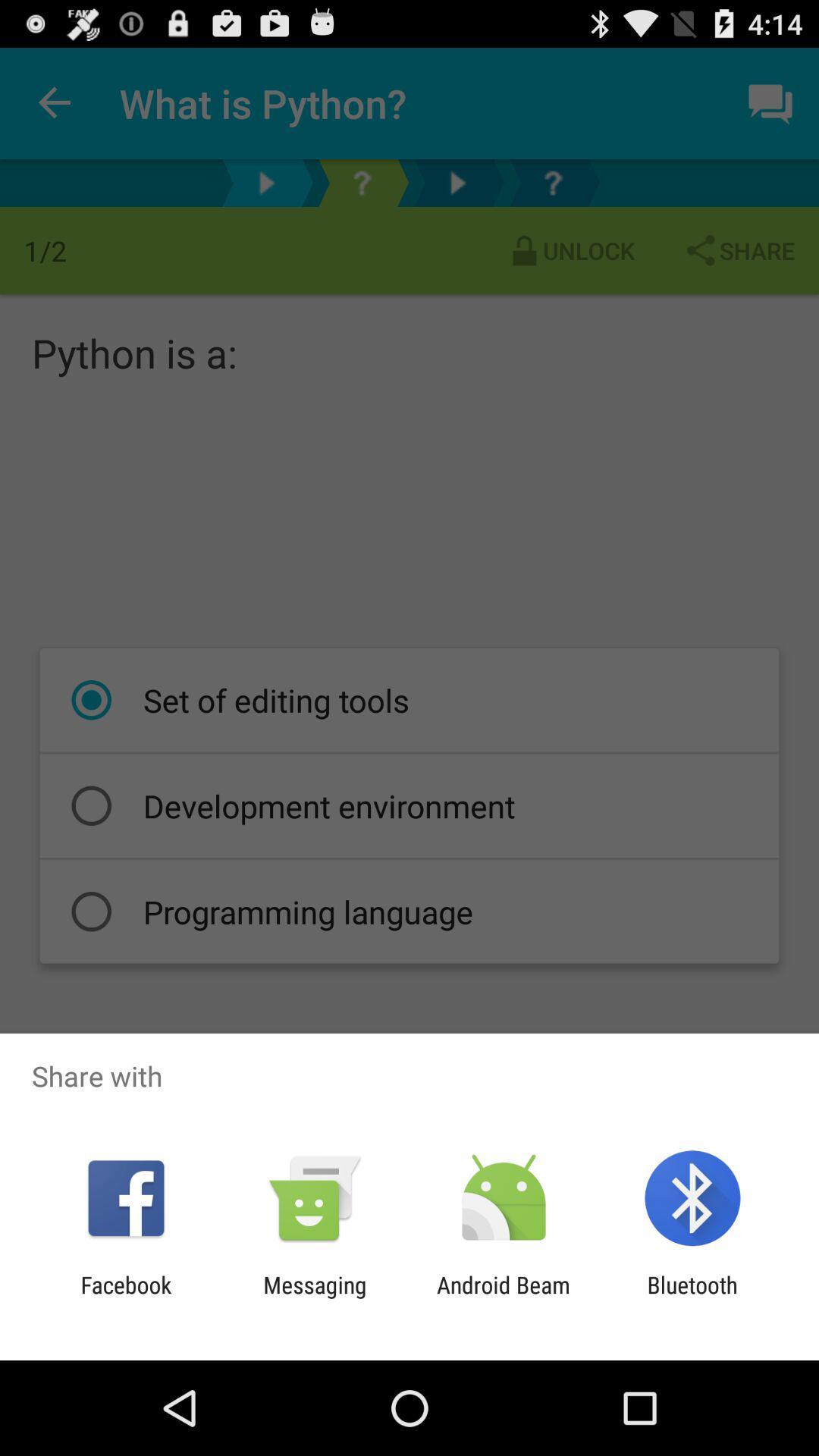  I want to click on messaging icon, so click(314, 1298).